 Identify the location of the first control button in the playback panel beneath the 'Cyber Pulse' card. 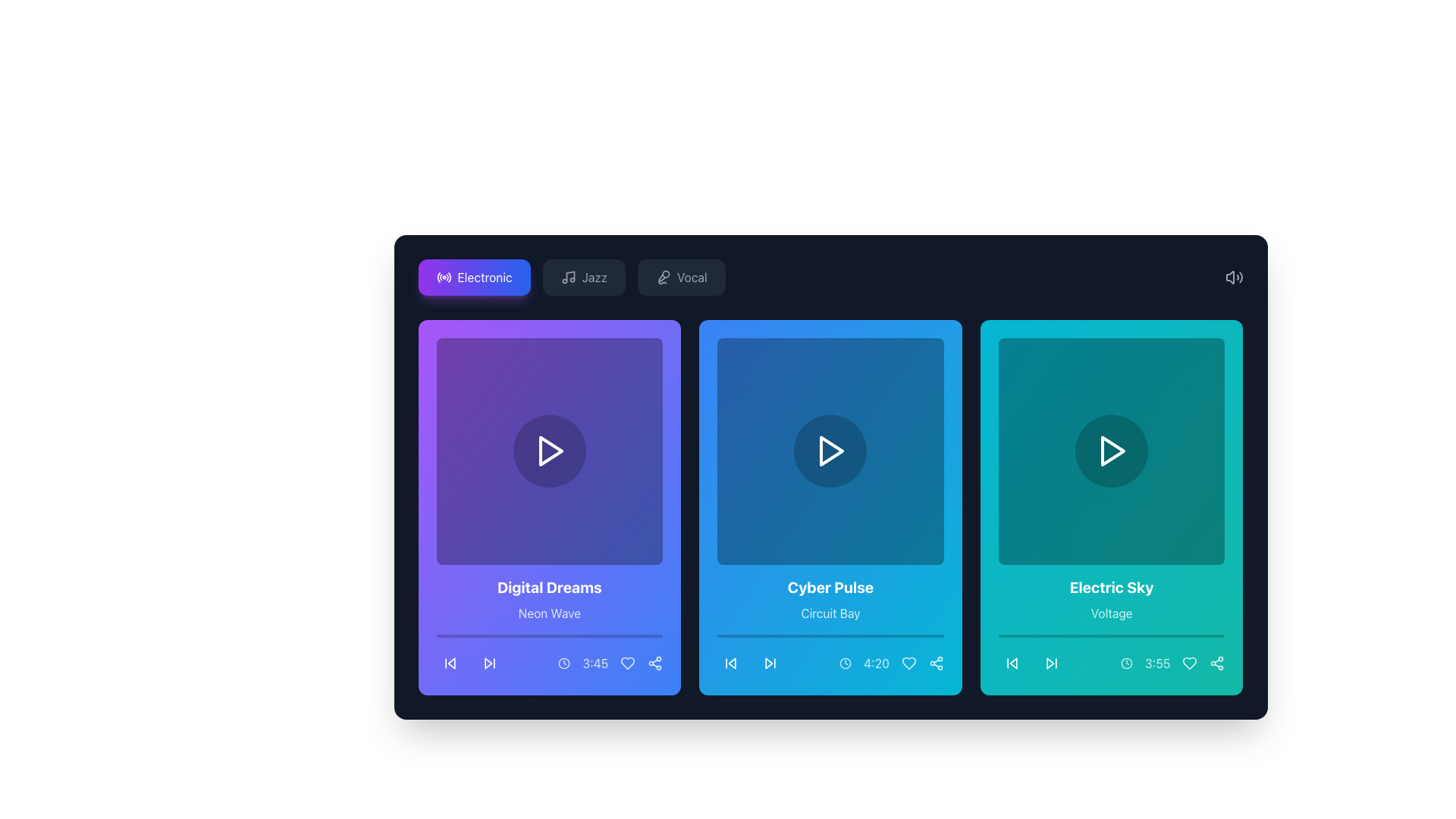
(731, 662).